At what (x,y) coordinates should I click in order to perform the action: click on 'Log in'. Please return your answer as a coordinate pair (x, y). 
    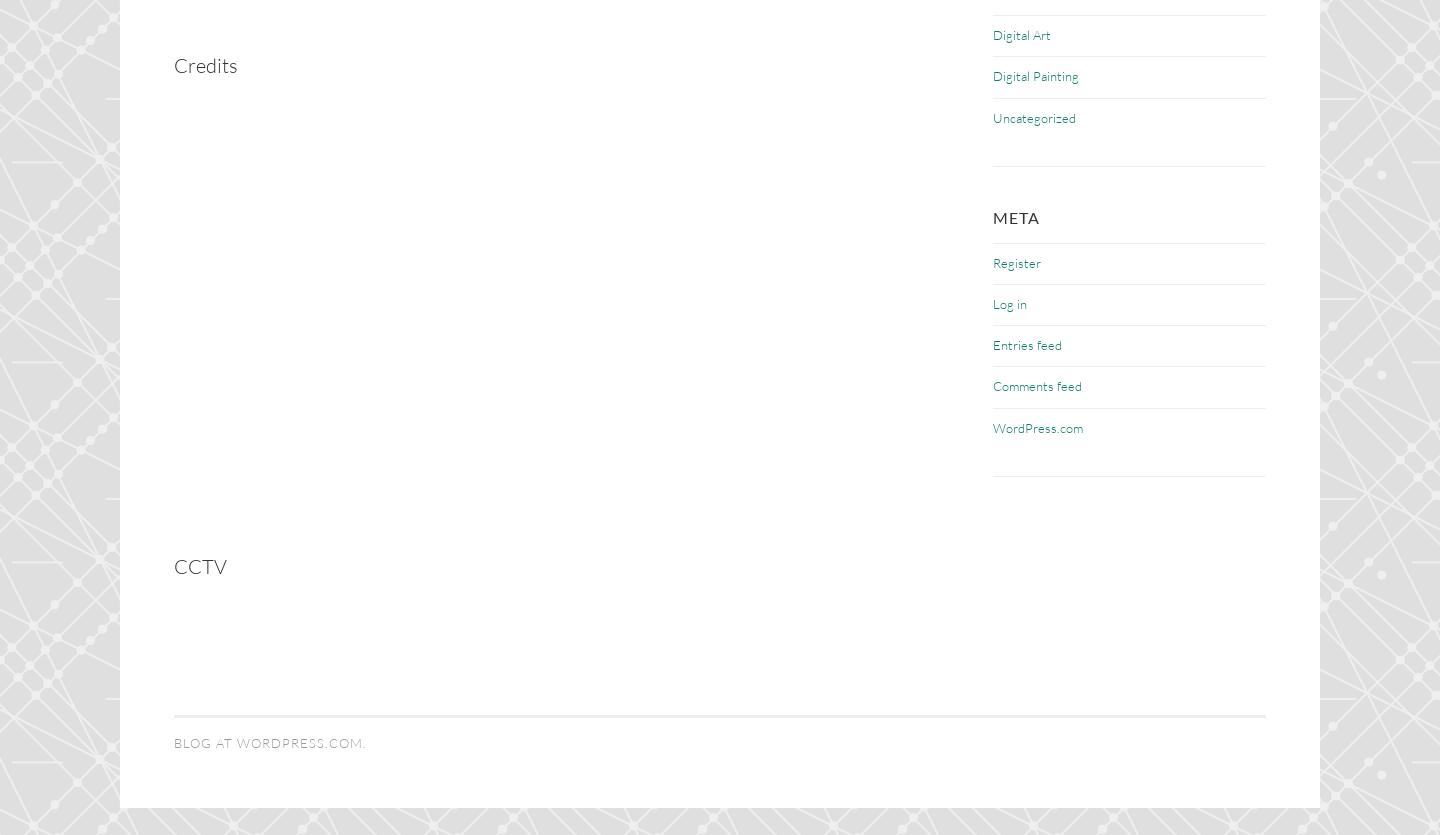
    Looking at the image, I should click on (1009, 303).